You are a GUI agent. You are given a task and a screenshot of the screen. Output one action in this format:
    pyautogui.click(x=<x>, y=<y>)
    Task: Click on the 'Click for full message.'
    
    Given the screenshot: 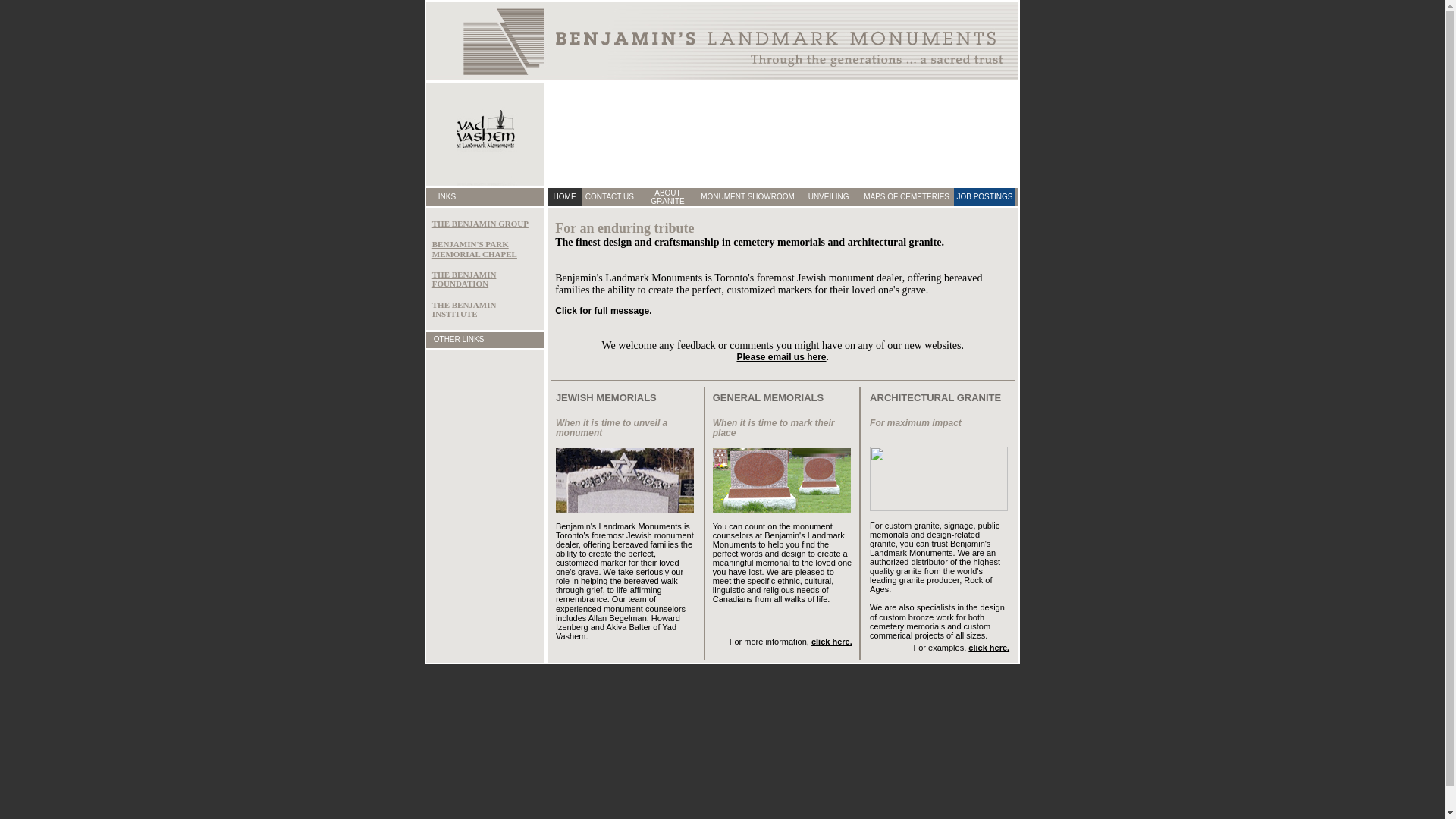 What is the action you would take?
    pyautogui.click(x=602, y=309)
    